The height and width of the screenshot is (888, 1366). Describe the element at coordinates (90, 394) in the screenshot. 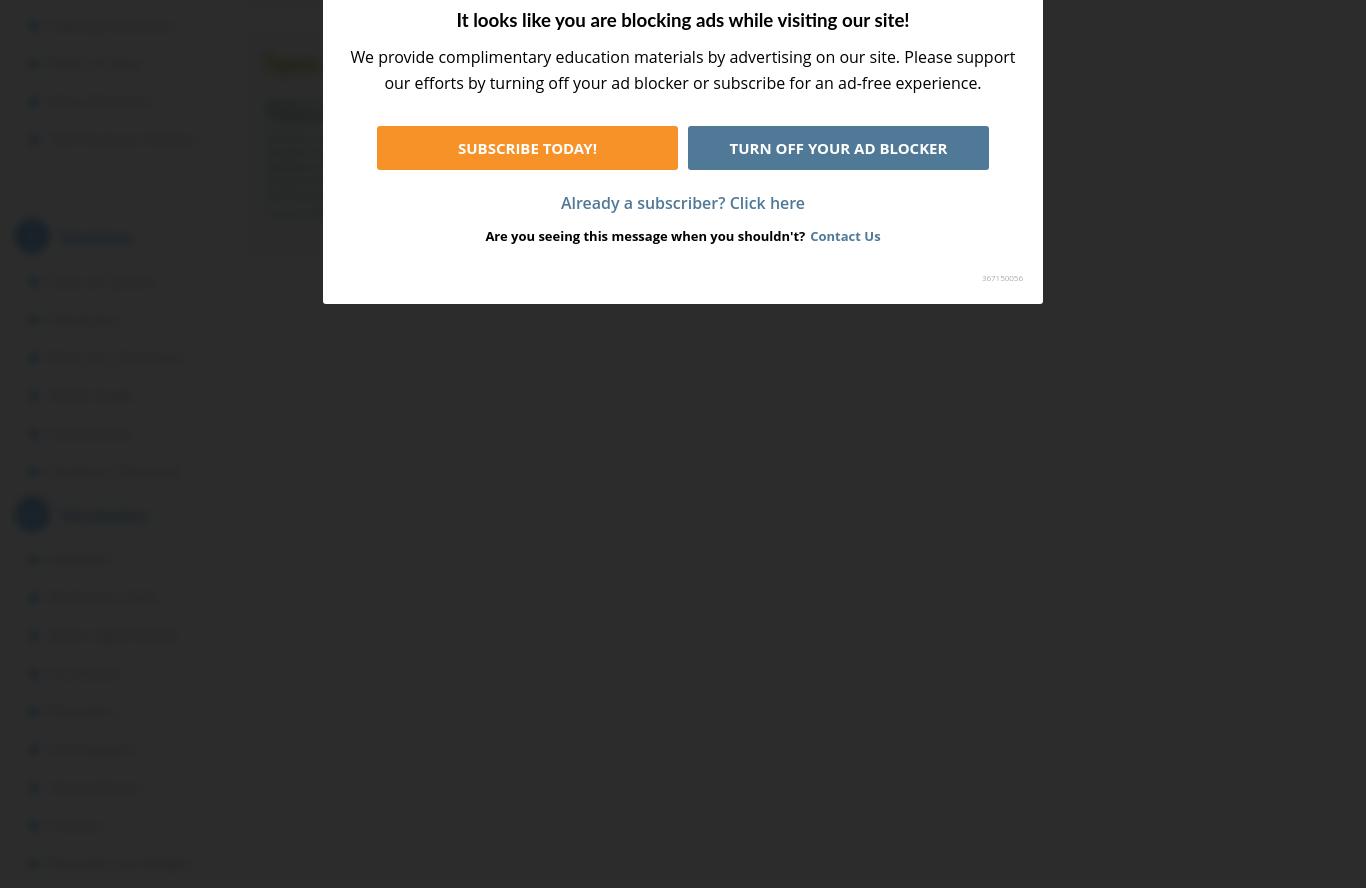

I see `'Word Usage'` at that location.